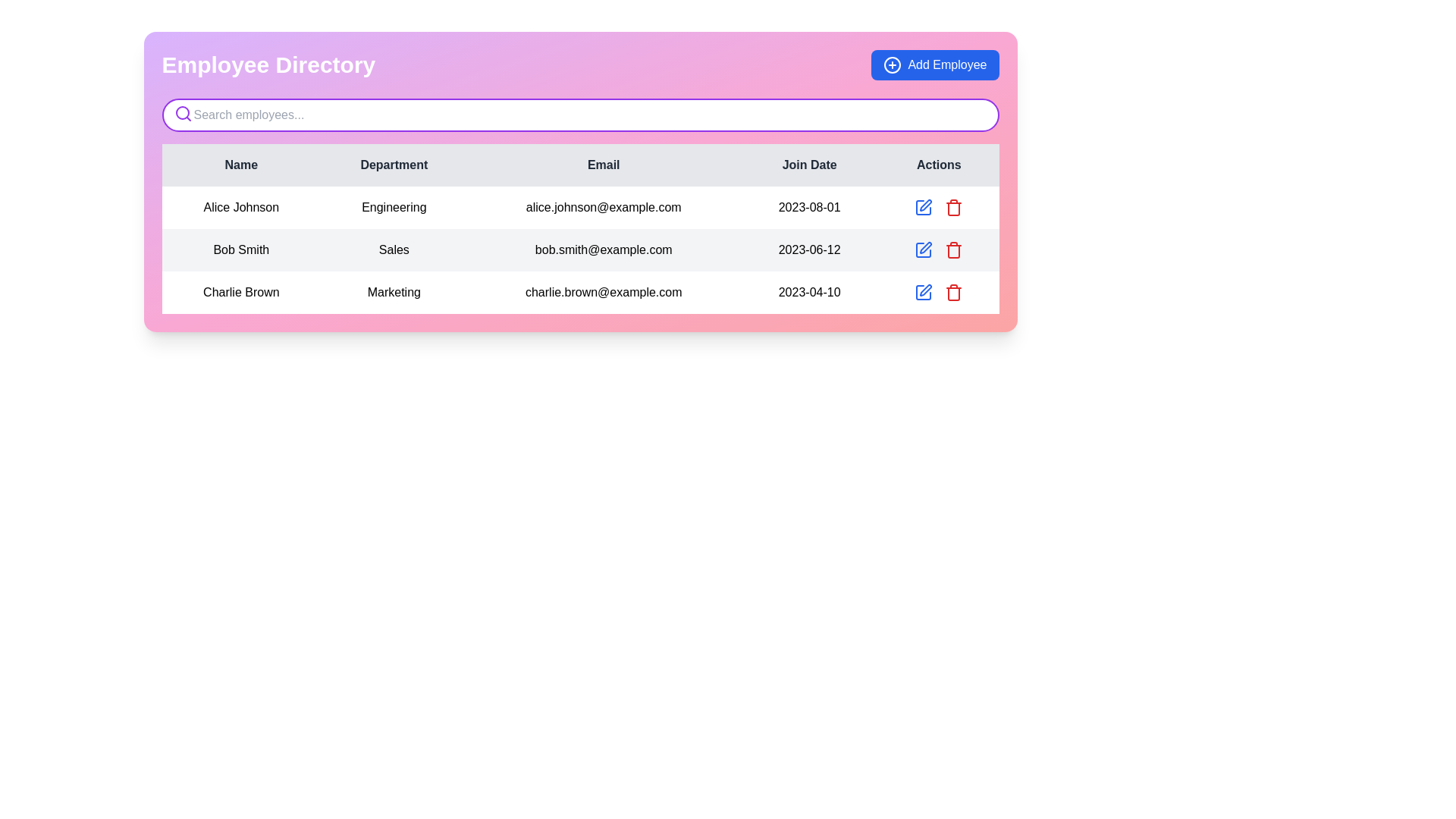  I want to click on the circular outline with a plus sign, which is part of the 'Add Employee' button located in the top-right corner of the interface, so click(893, 64).